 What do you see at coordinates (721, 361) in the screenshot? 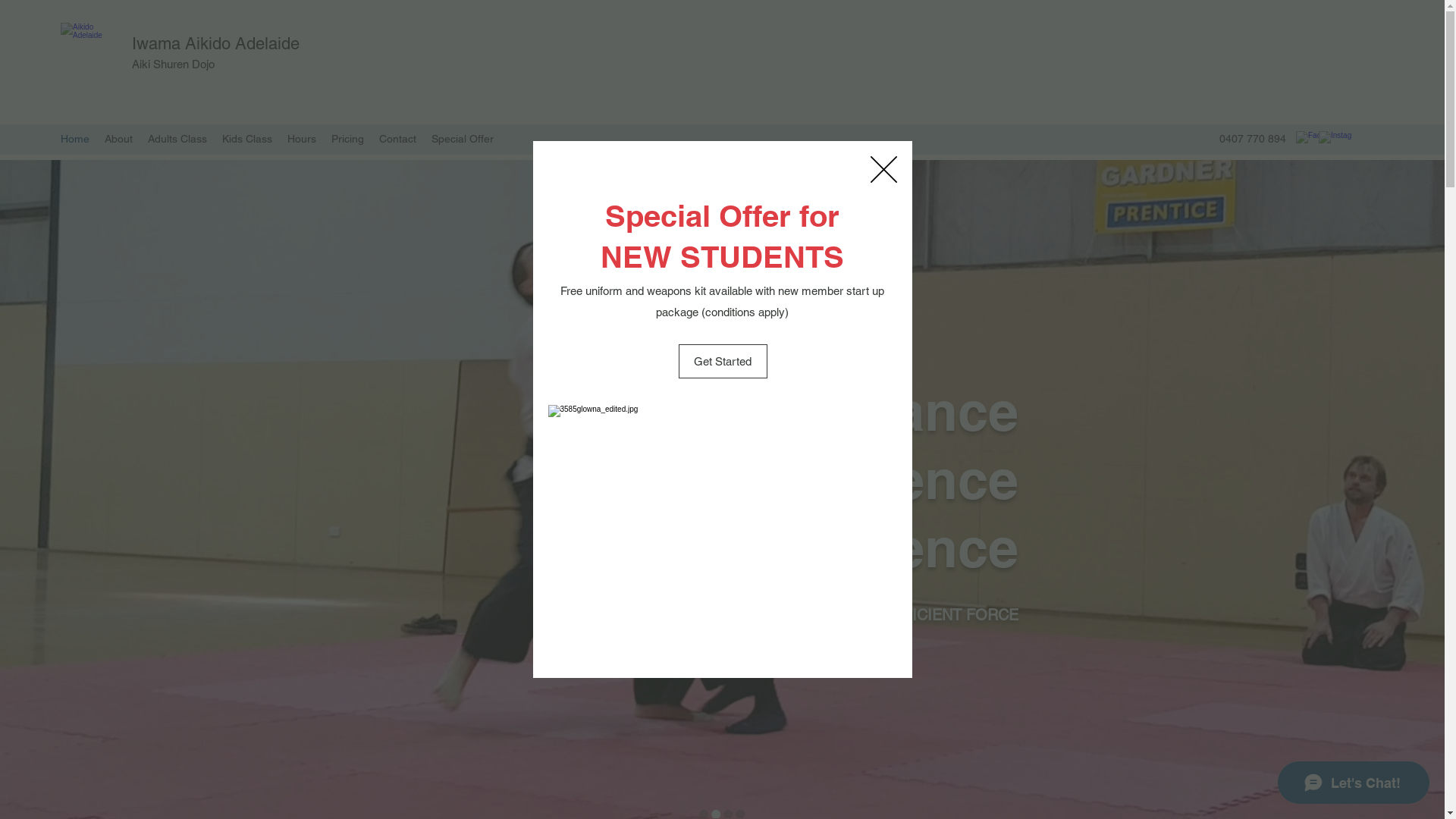
I see `'Get Started'` at bounding box center [721, 361].